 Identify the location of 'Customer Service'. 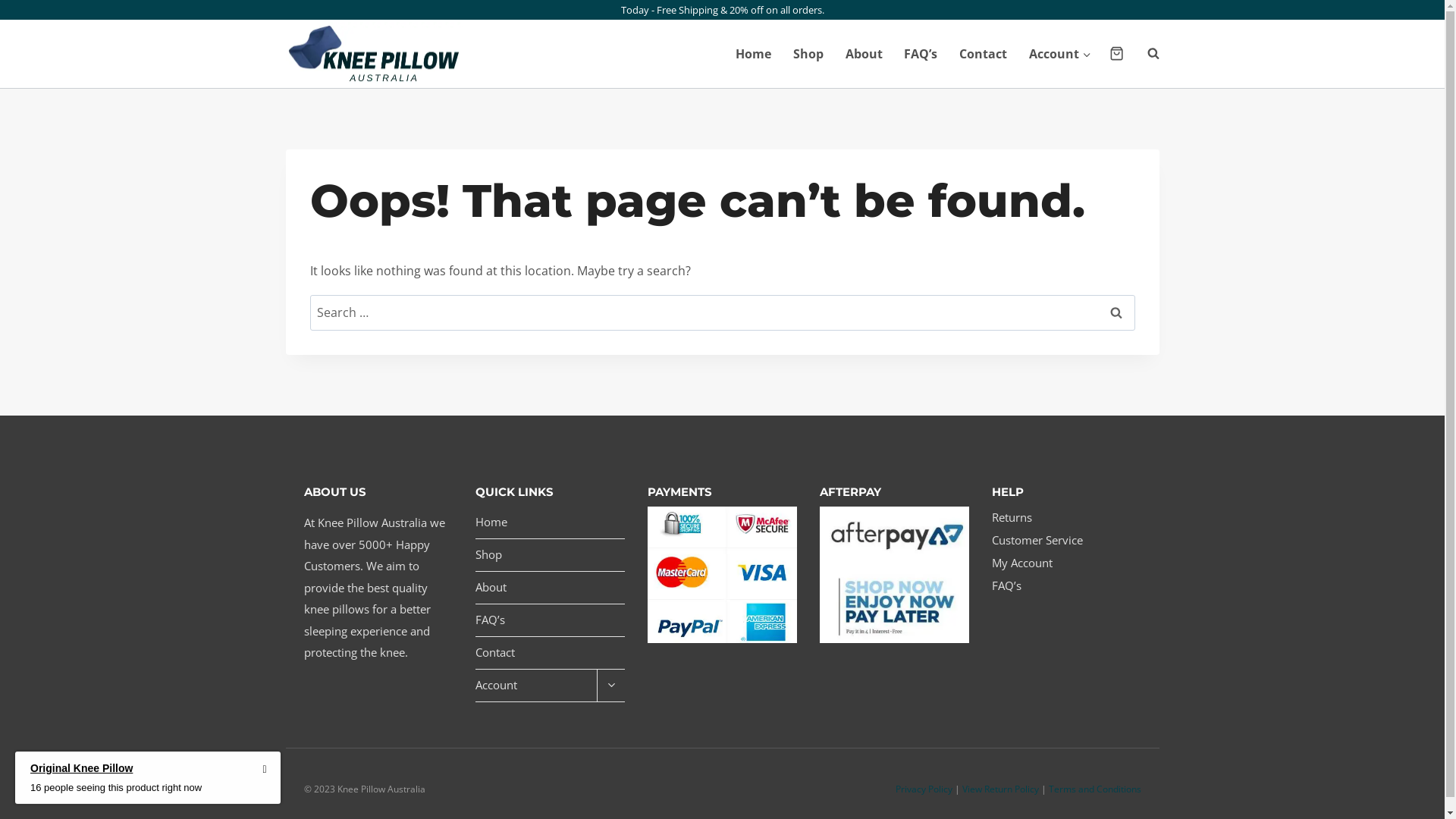
(1065, 540).